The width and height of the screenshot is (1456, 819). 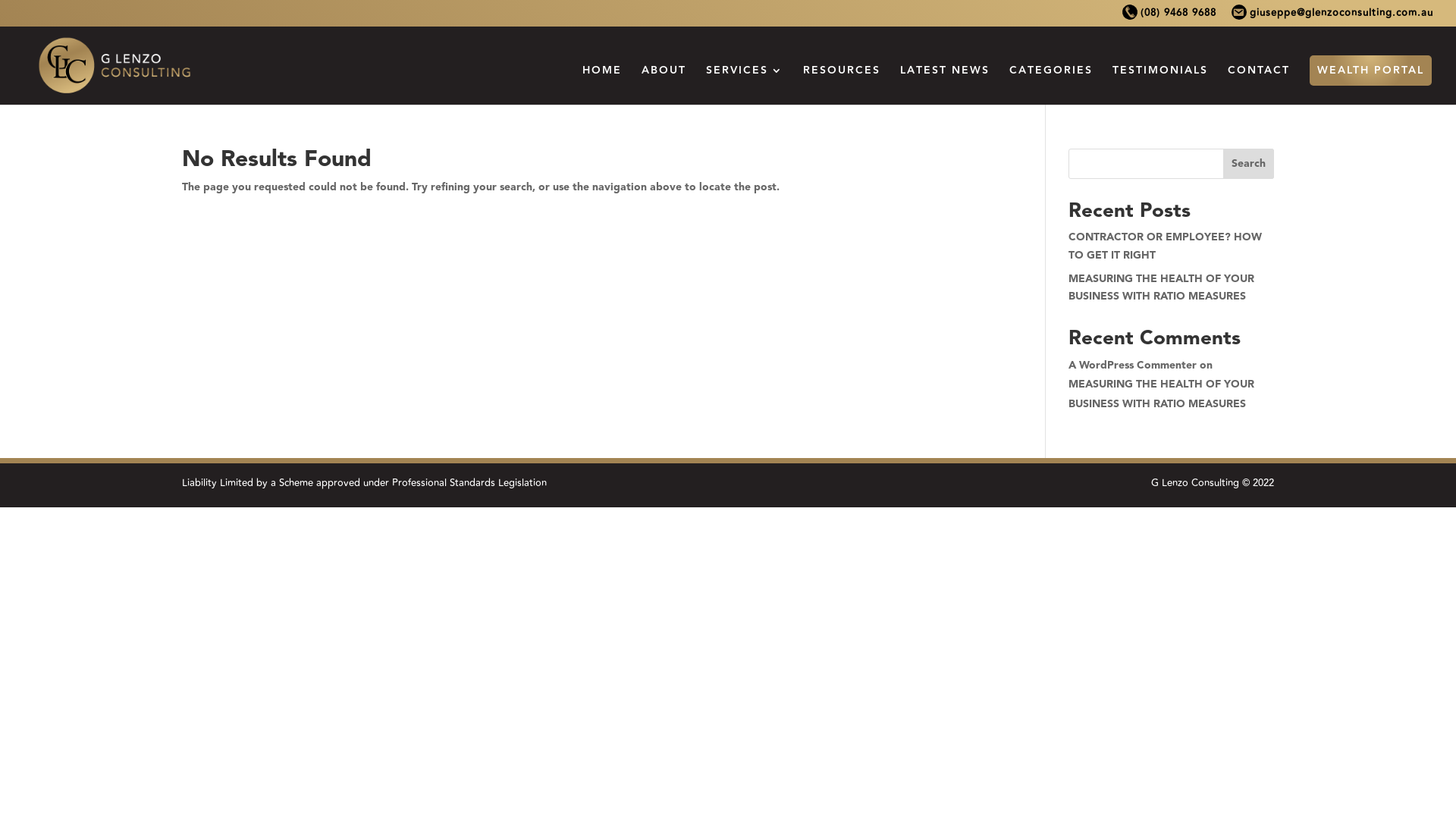 I want to click on 'LATEST NEWS', so click(x=944, y=84).